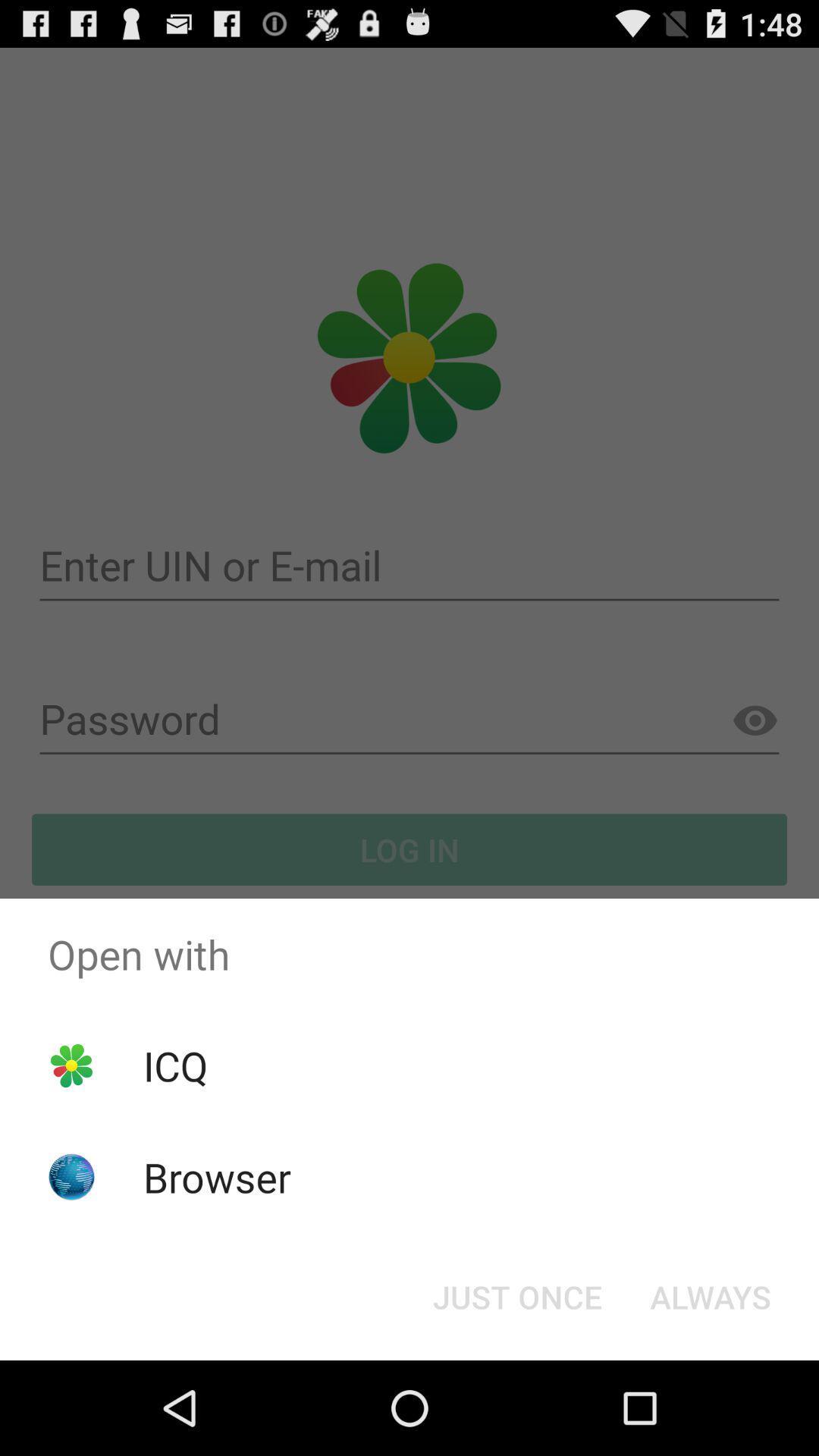 The image size is (819, 1456). Describe the element at coordinates (711, 1295) in the screenshot. I see `always button` at that location.